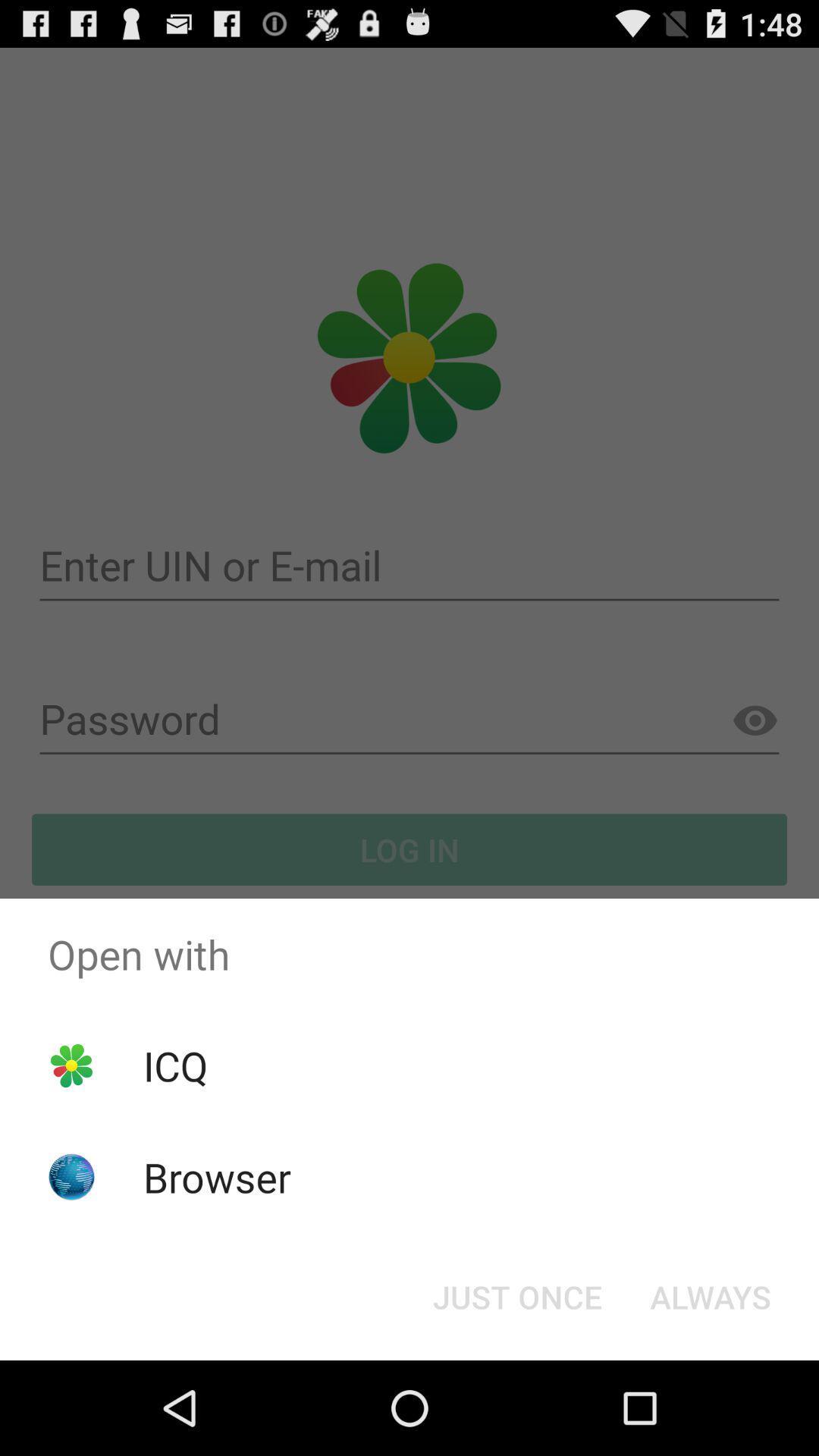 The image size is (819, 1456). Describe the element at coordinates (711, 1295) in the screenshot. I see `always button` at that location.